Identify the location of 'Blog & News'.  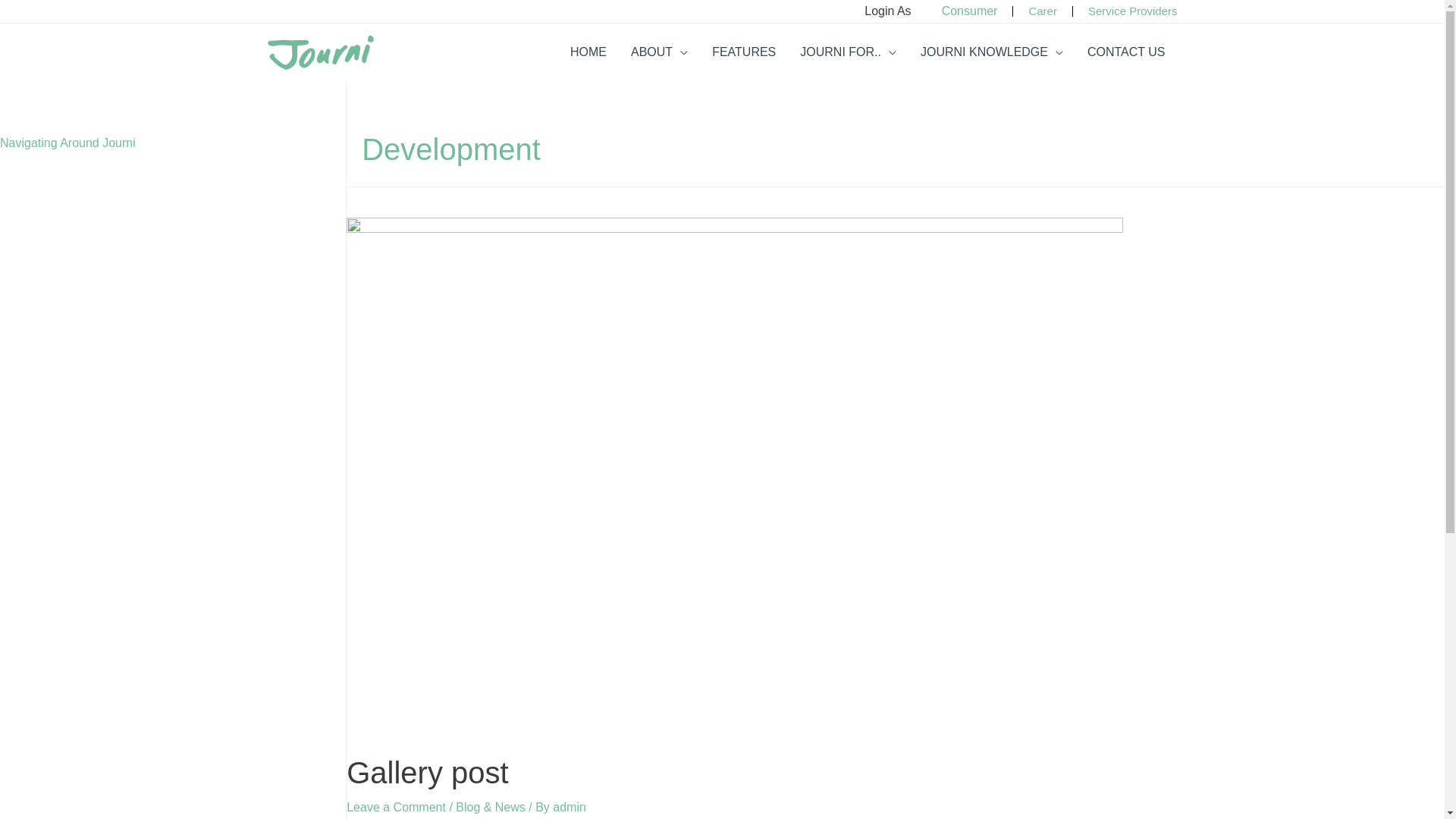
(454, 806).